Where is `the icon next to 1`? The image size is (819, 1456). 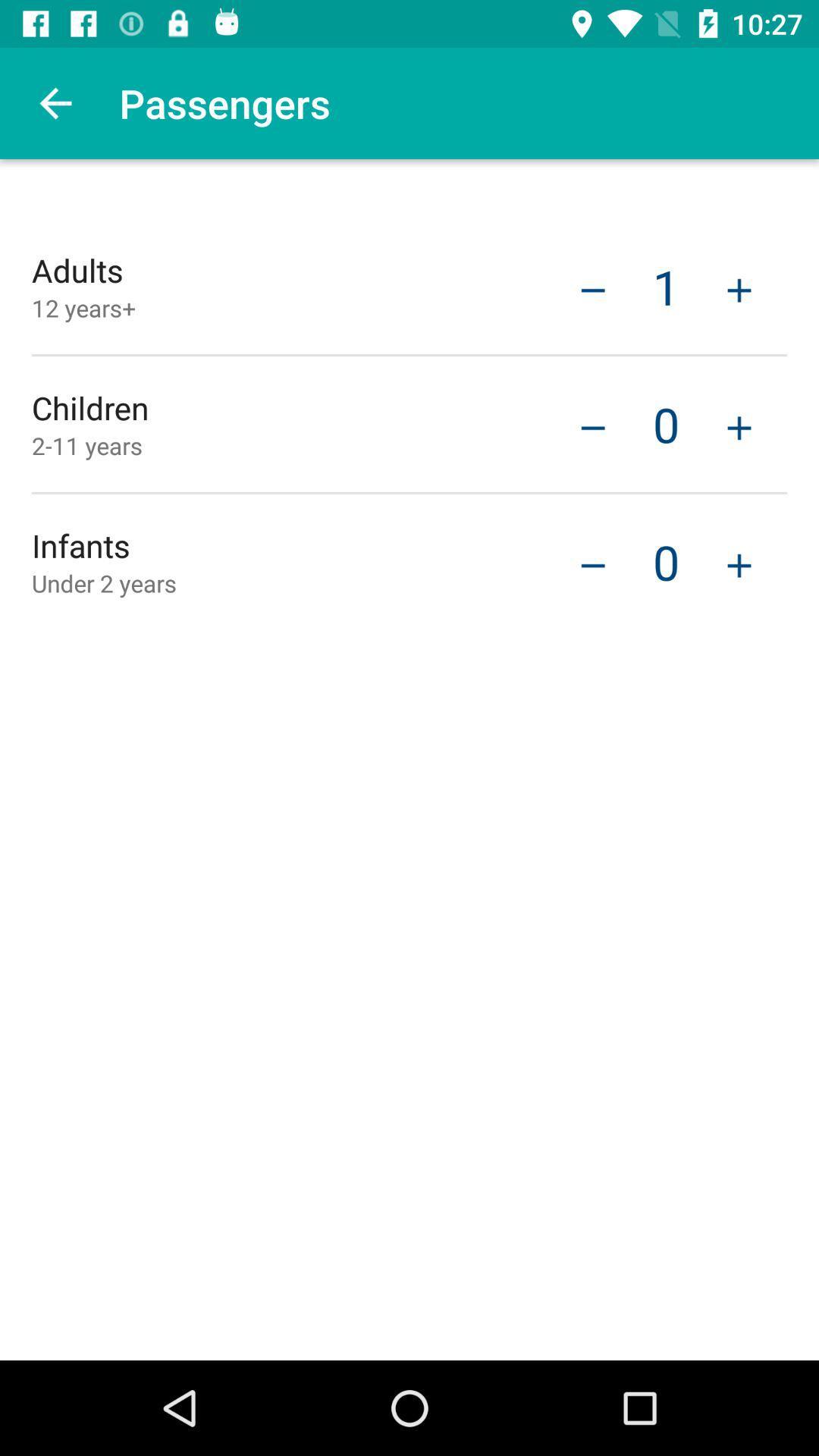
the icon next to 1 is located at coordinates (592, 288).